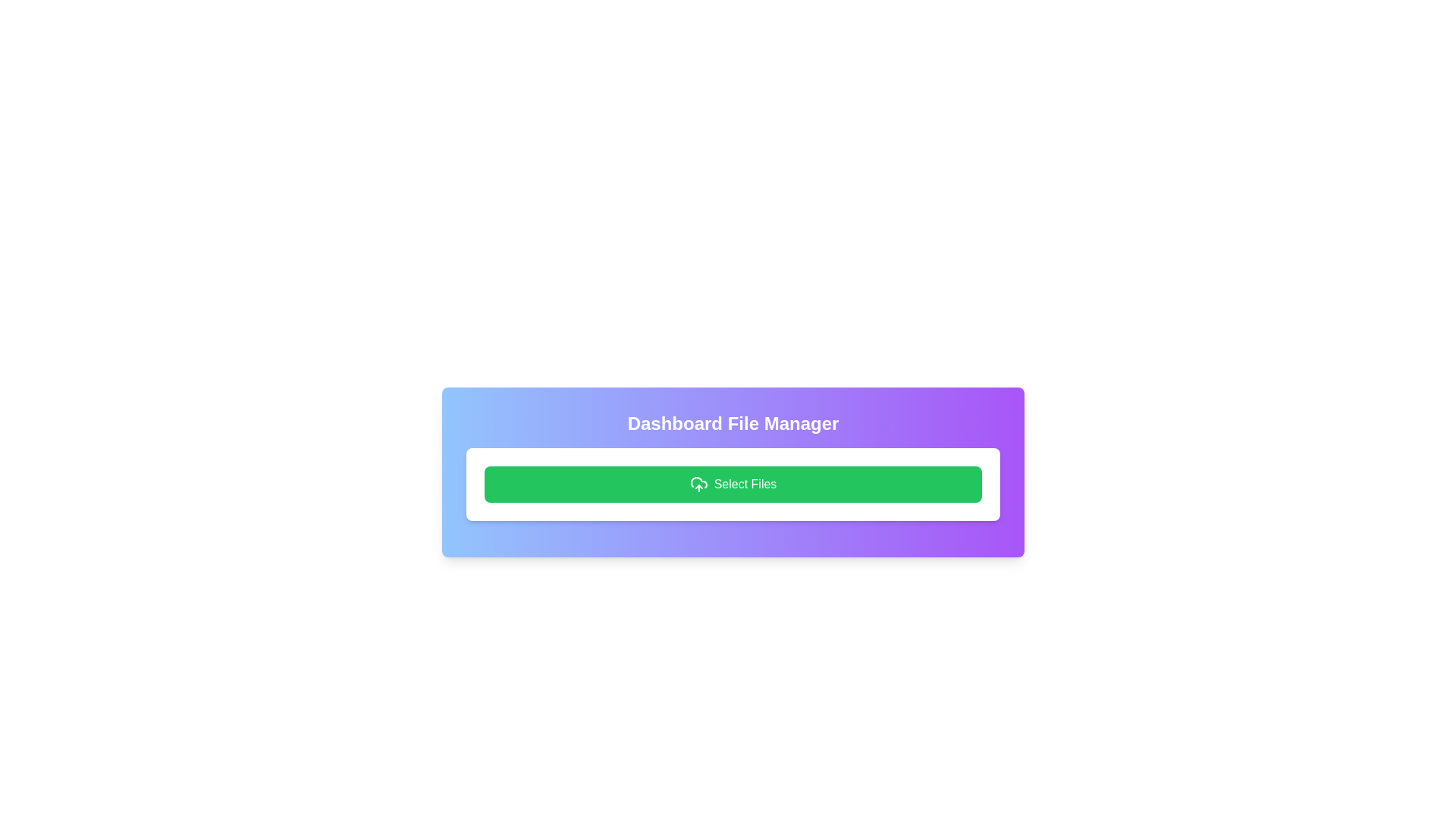 This screenshot has height=819, width=1456. Describe the element at coordinates (698, 482) in the screenshot. I see `the cloud graphic icon located on the left side of the 'Select Files' button inside the green rectangle` at that location.